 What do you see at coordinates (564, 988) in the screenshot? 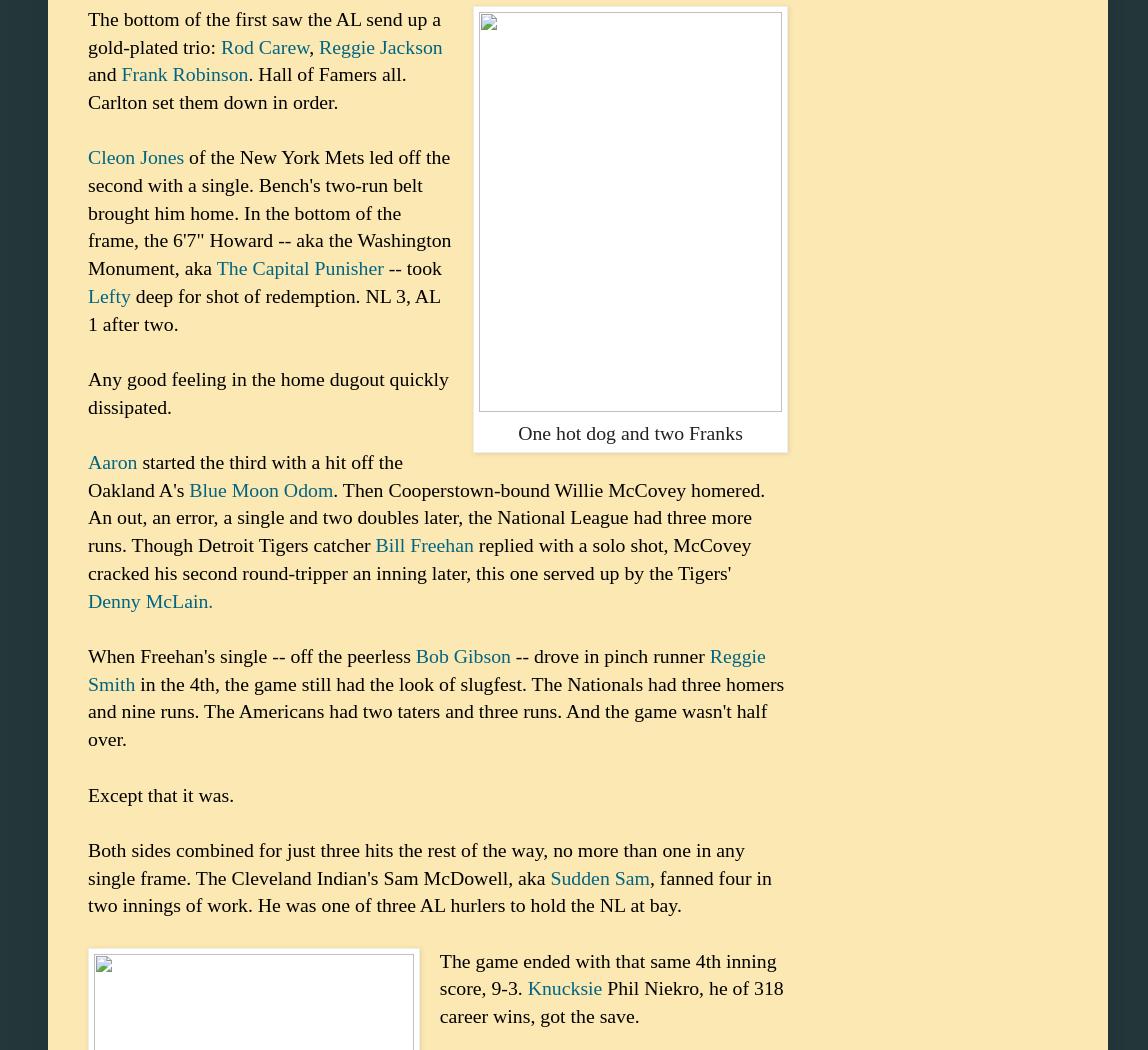
I see `'Knucksie'` at bounding box center [564, 988].